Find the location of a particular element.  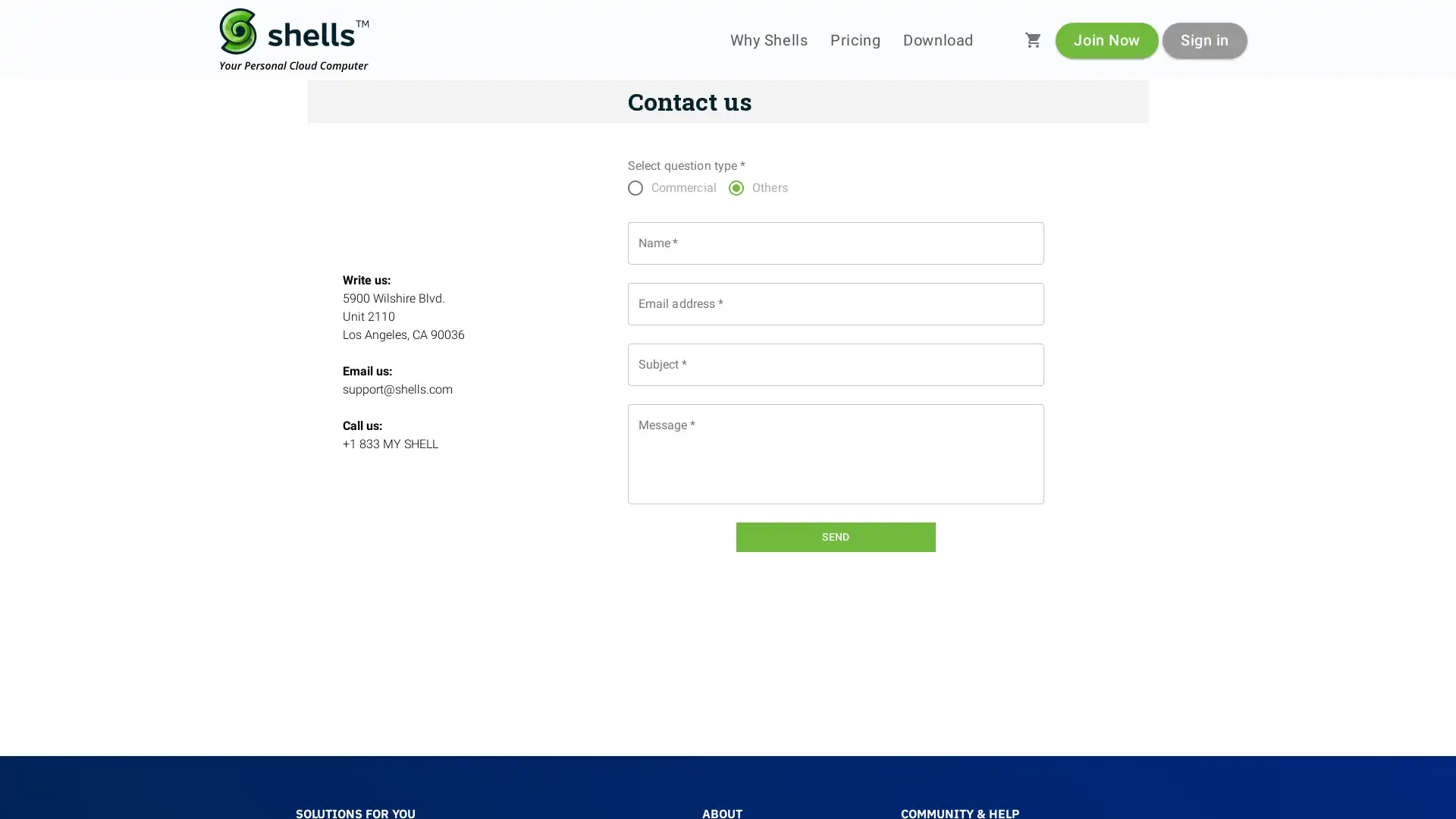

Pricing is located at coordinates (855, 39).